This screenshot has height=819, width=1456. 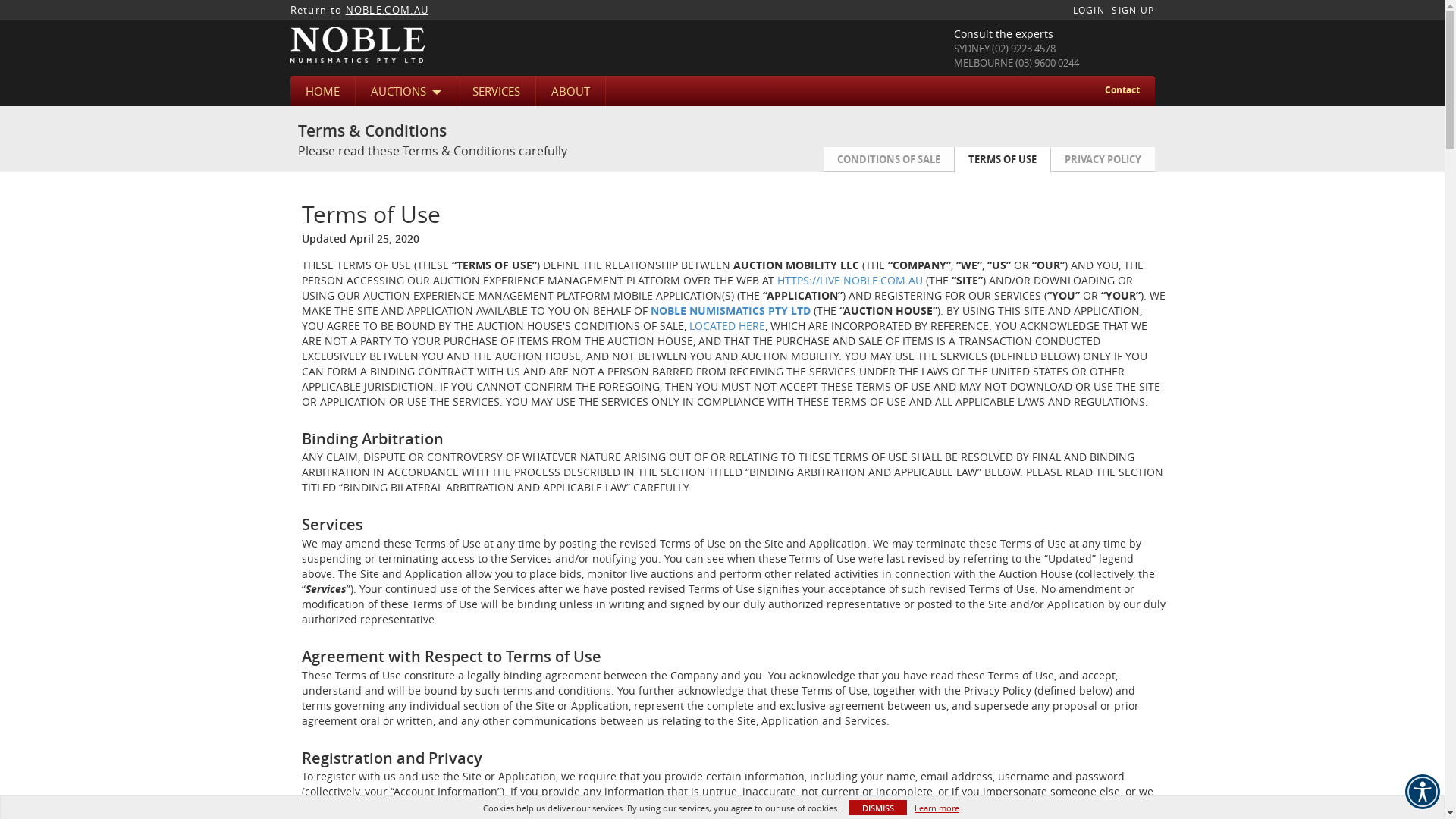 I want to click on 'SIGN UP', so click(x=1111, y=9).